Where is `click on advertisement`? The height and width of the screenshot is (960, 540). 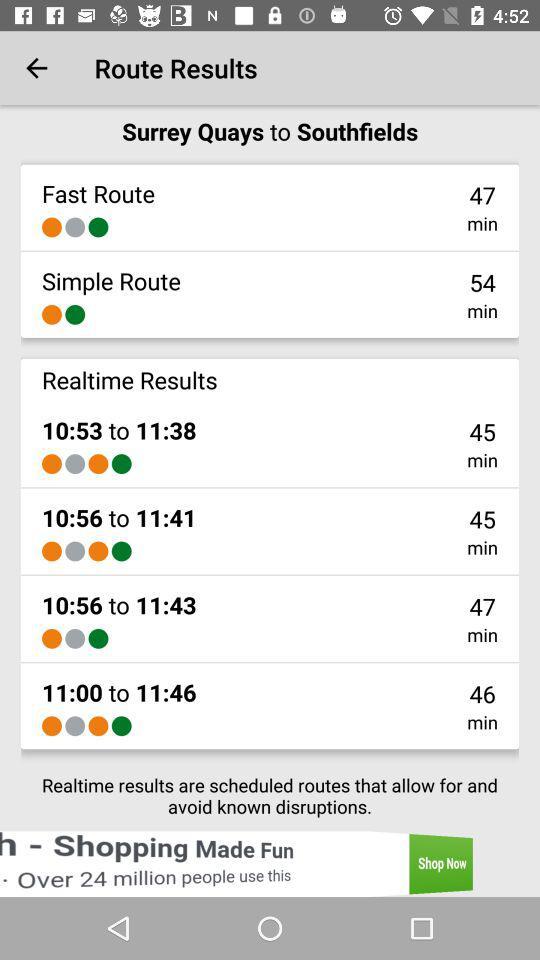
click on advertisement is located at coordinates (270, 863).